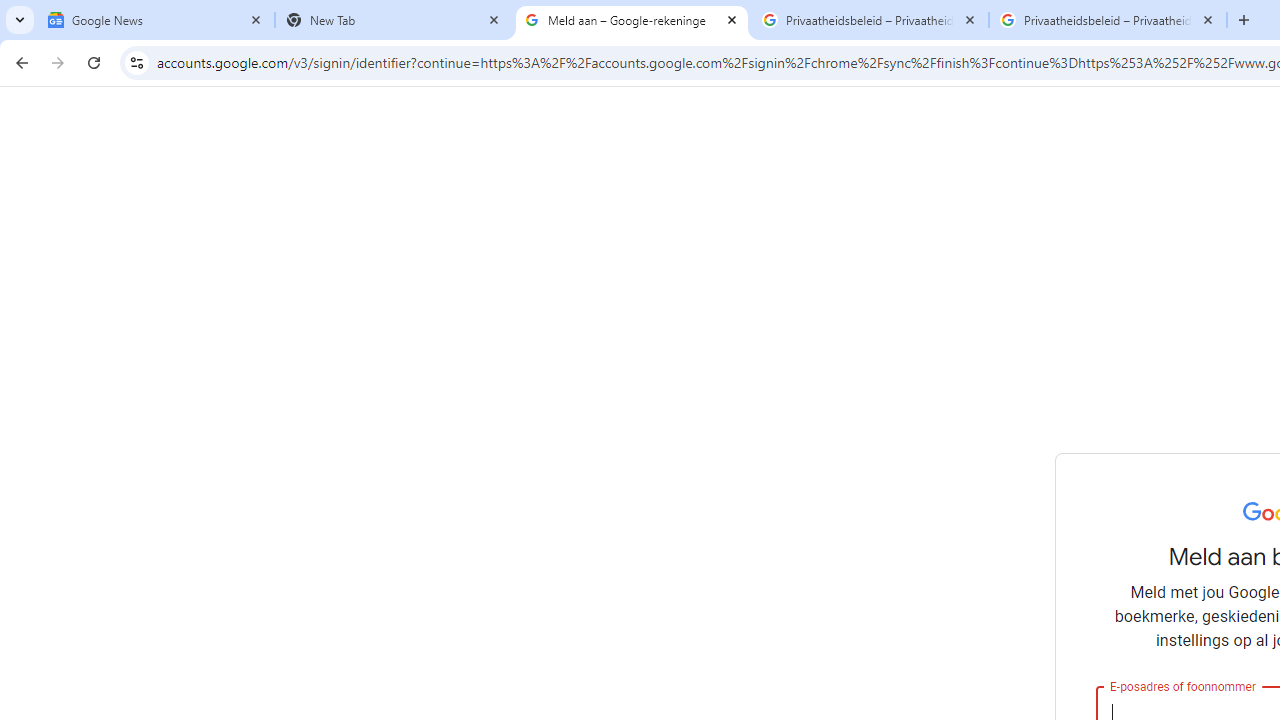 This screenshot has width=1280, height=720. Describe the element at coordinates (155, 20) in the screenshot. I see `'Google News'` at that location.